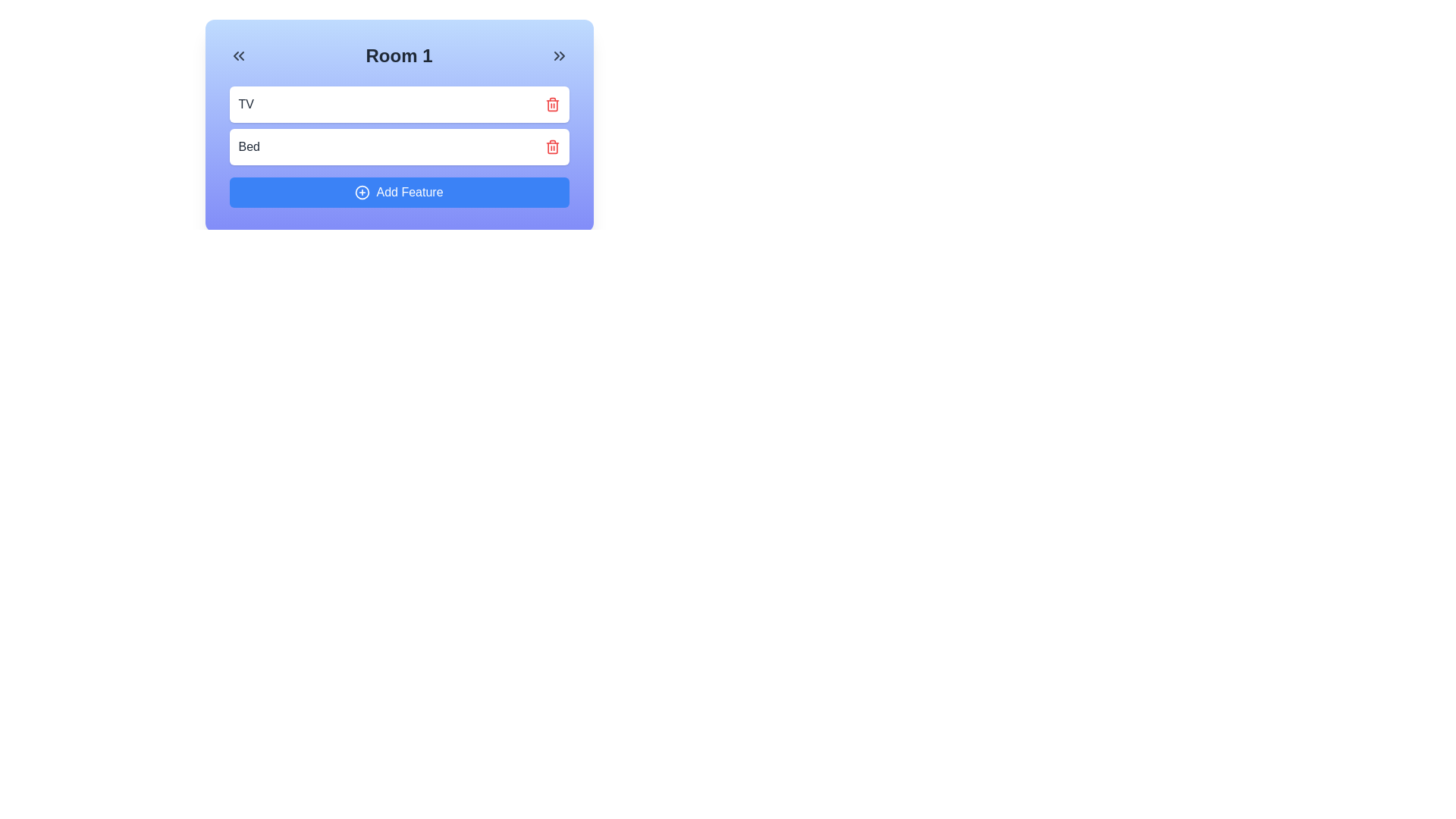 The width and height of the screenshot is (1456, 819). What do you see at coordinates (556, 55) in the screenshot?
I see `the left chevron icon in the top-right corner of the interface` at bounding box center [556, 55].